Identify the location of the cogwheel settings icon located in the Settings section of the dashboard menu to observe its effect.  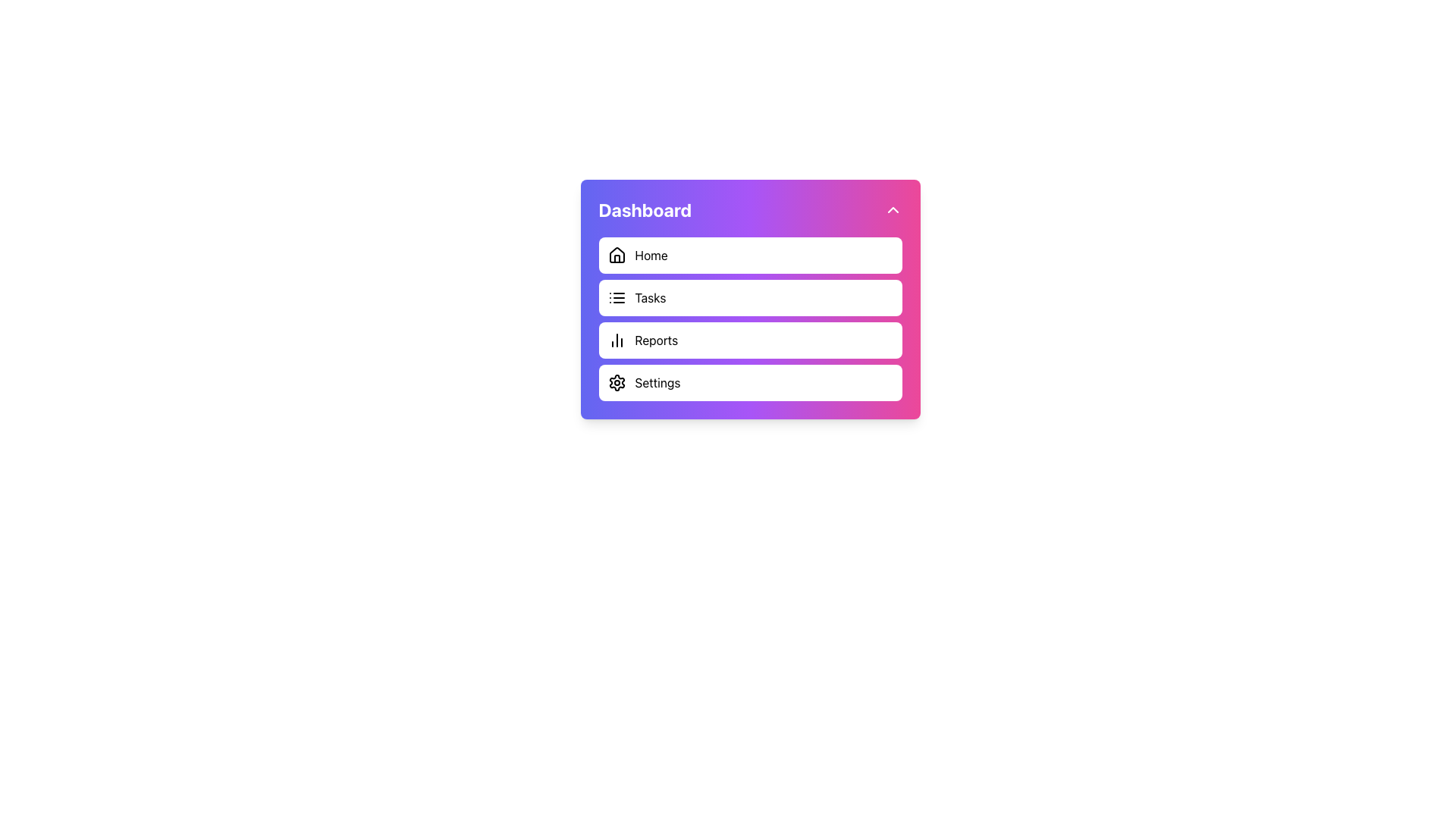
(617, 382).